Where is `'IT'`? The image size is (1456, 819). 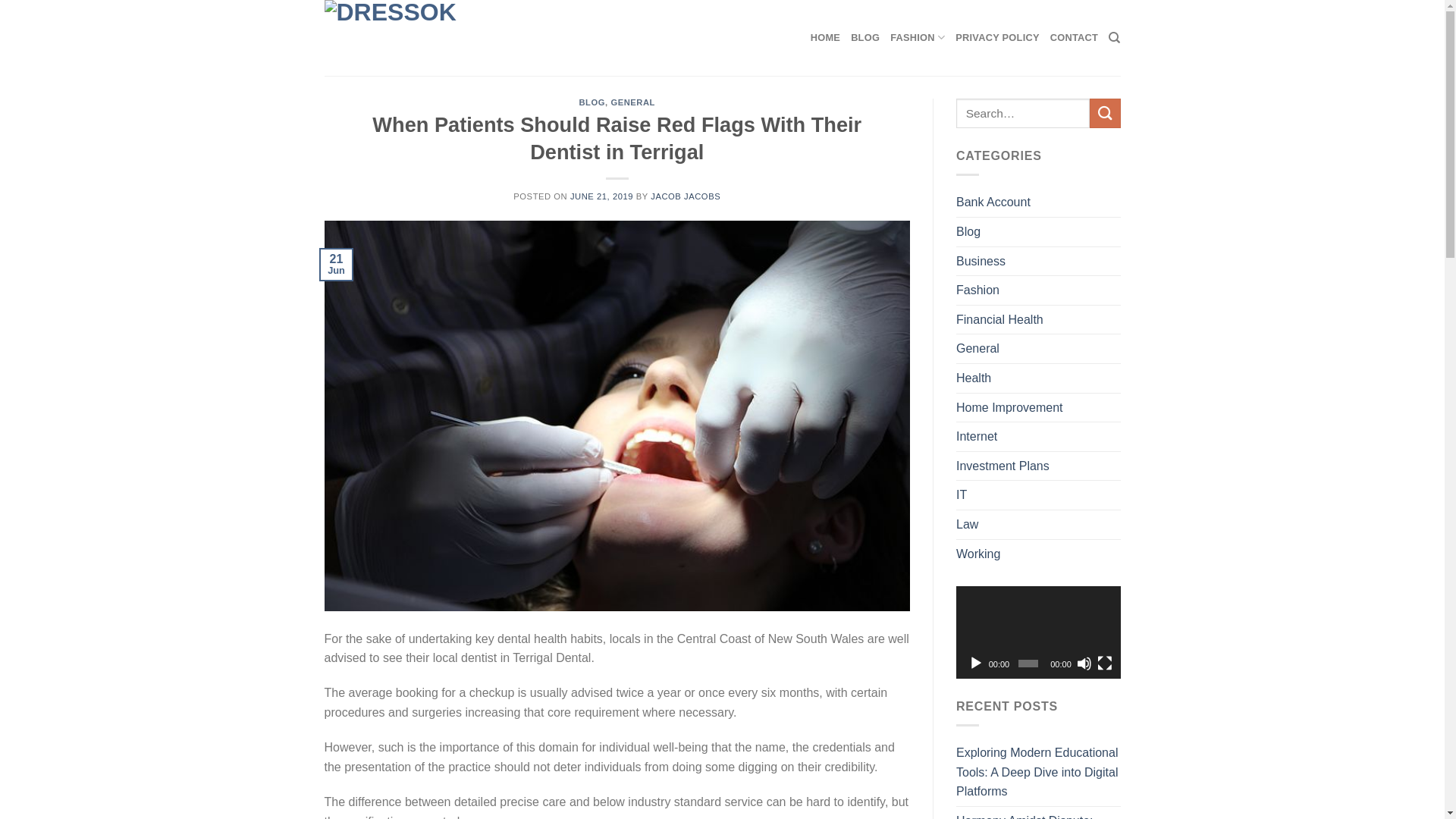
'IT' is located at coordinates (960, 494).